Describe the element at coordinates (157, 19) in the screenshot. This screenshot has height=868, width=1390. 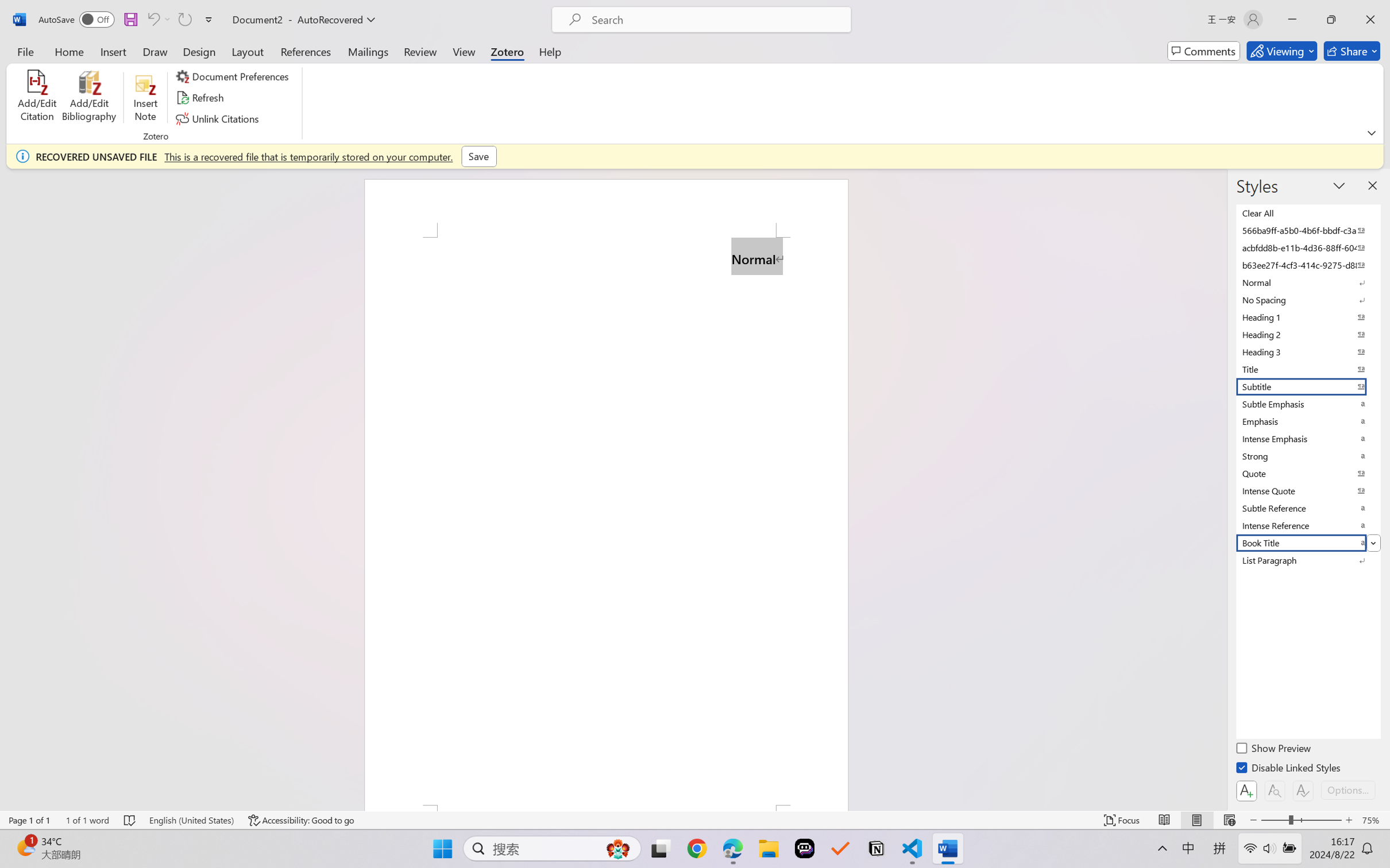
I see `'Can'` at that location.